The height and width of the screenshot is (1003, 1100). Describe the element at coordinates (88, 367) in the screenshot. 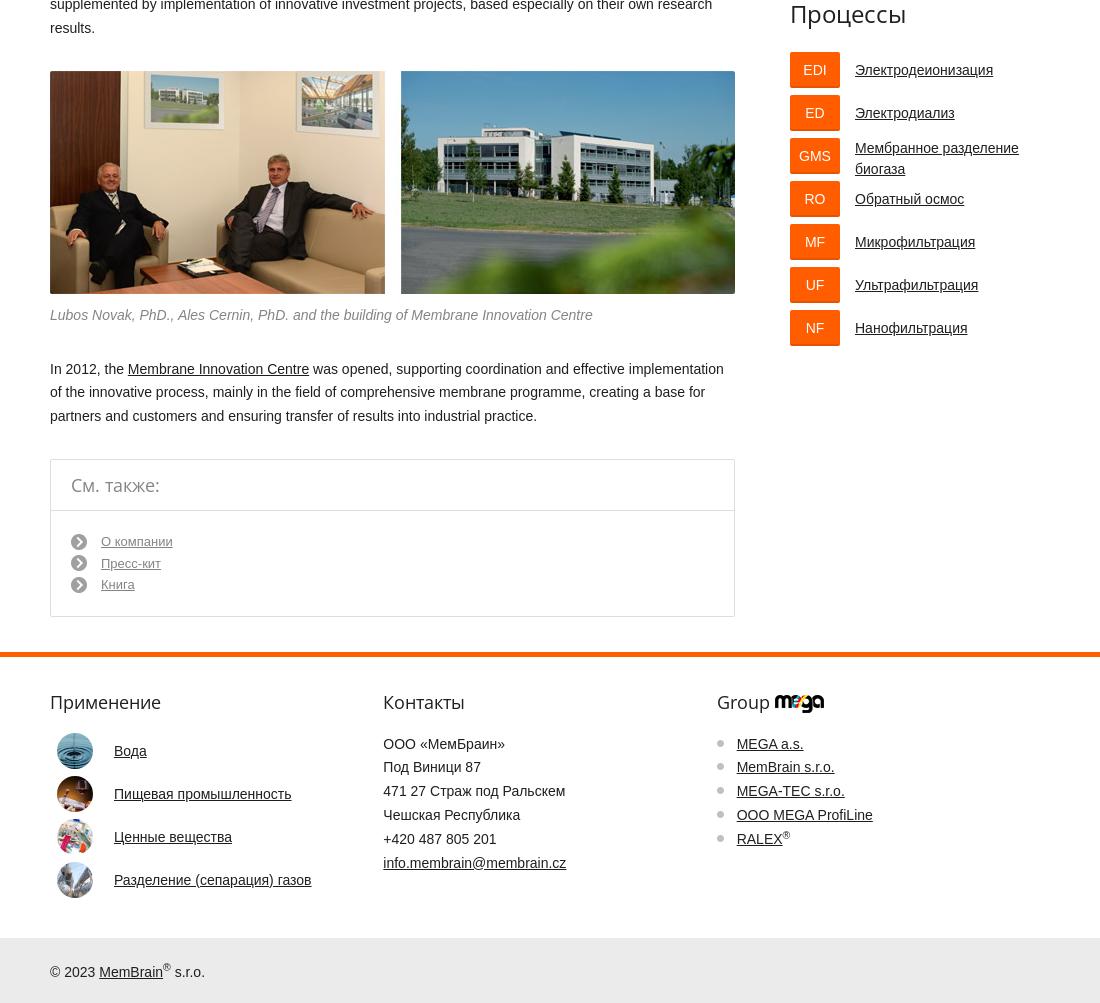

I see `'In 2012, the'` at that location.